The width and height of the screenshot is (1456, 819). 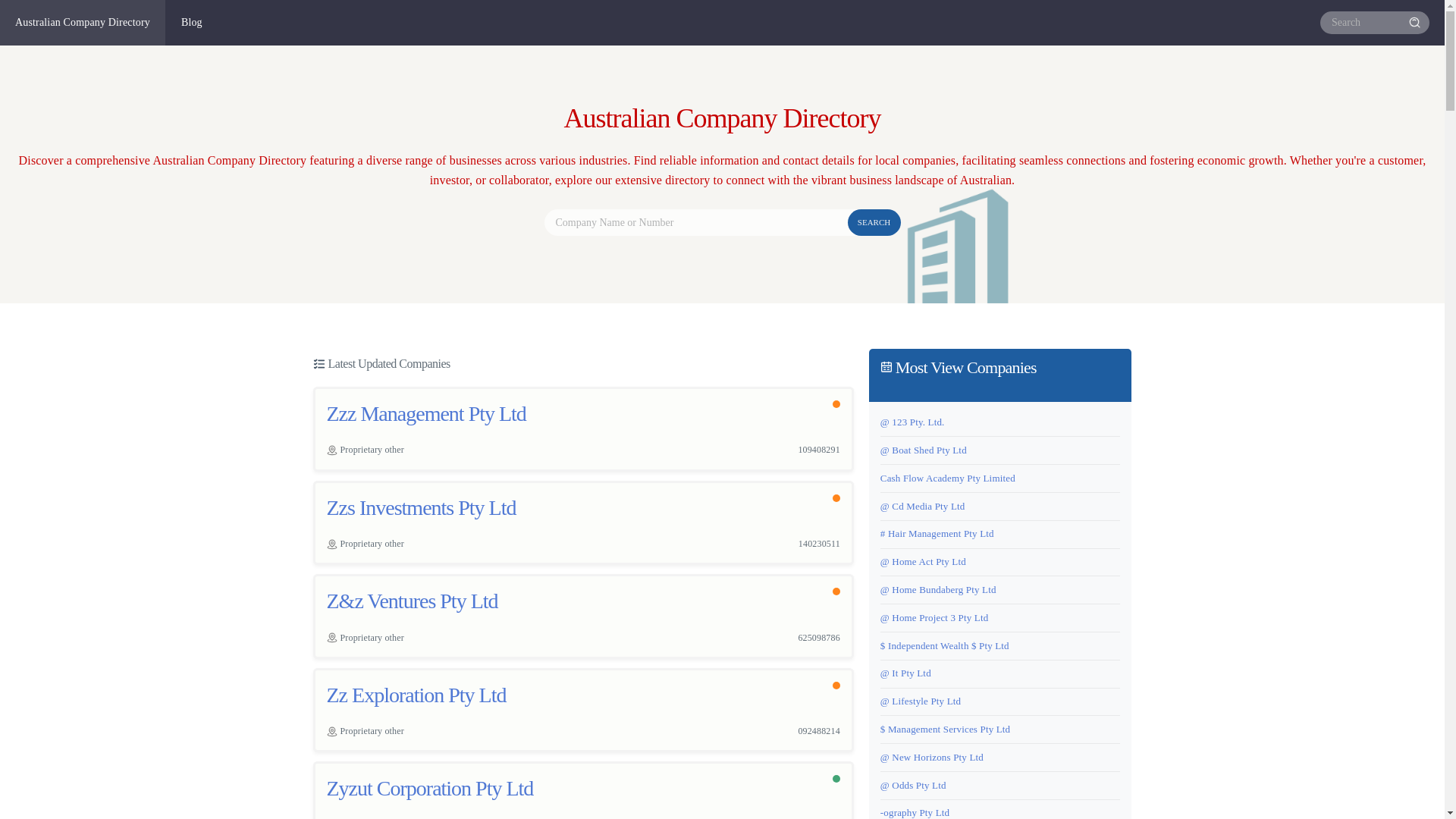 What do you see at coordinates (922, 561) in the screenshot?
I see `'@ Home Act Pty Ltd'` at bounding box center [922, 561].